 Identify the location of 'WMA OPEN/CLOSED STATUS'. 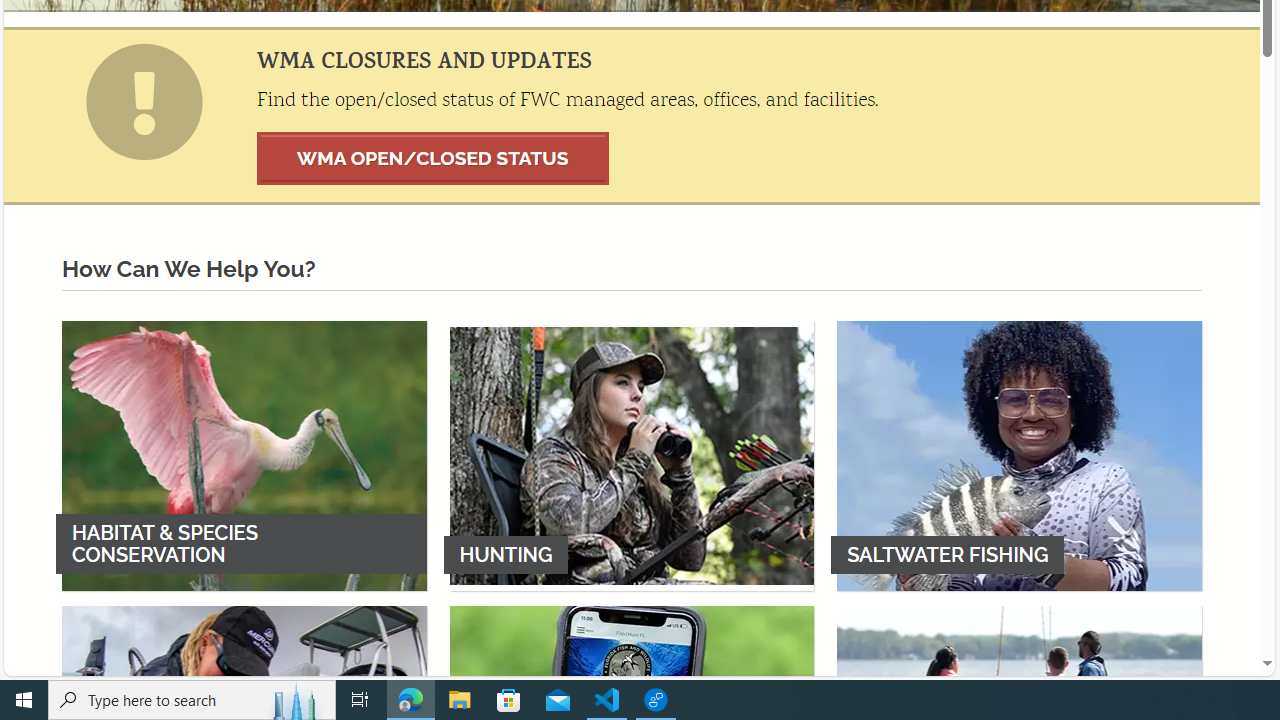
(432, 157).